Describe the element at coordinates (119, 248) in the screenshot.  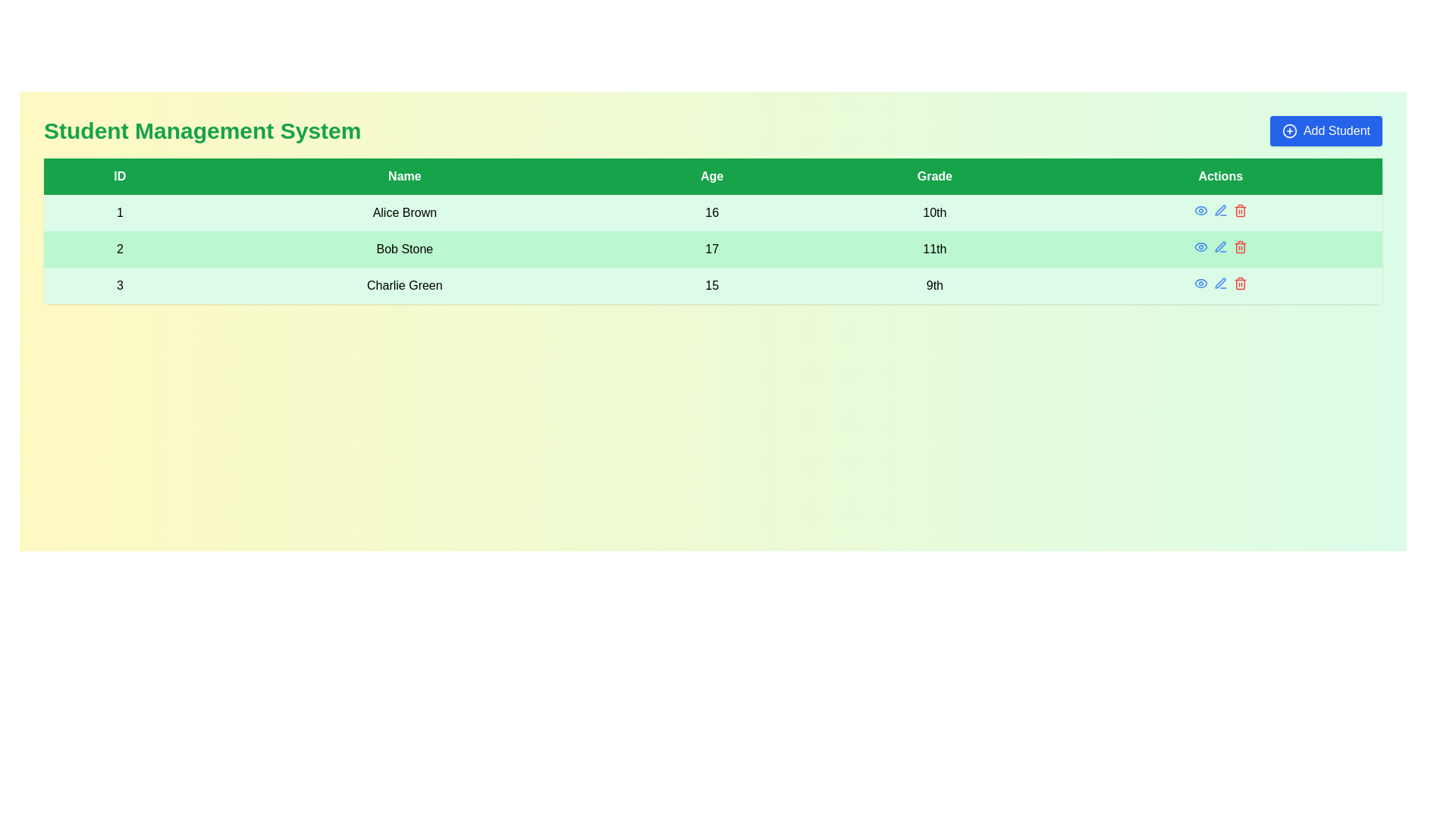
I see `the Text label in the leftmost cell of the second row under the 'ID' header, which uniquely identifies the student entry for 'Bob Stone'` at that location.